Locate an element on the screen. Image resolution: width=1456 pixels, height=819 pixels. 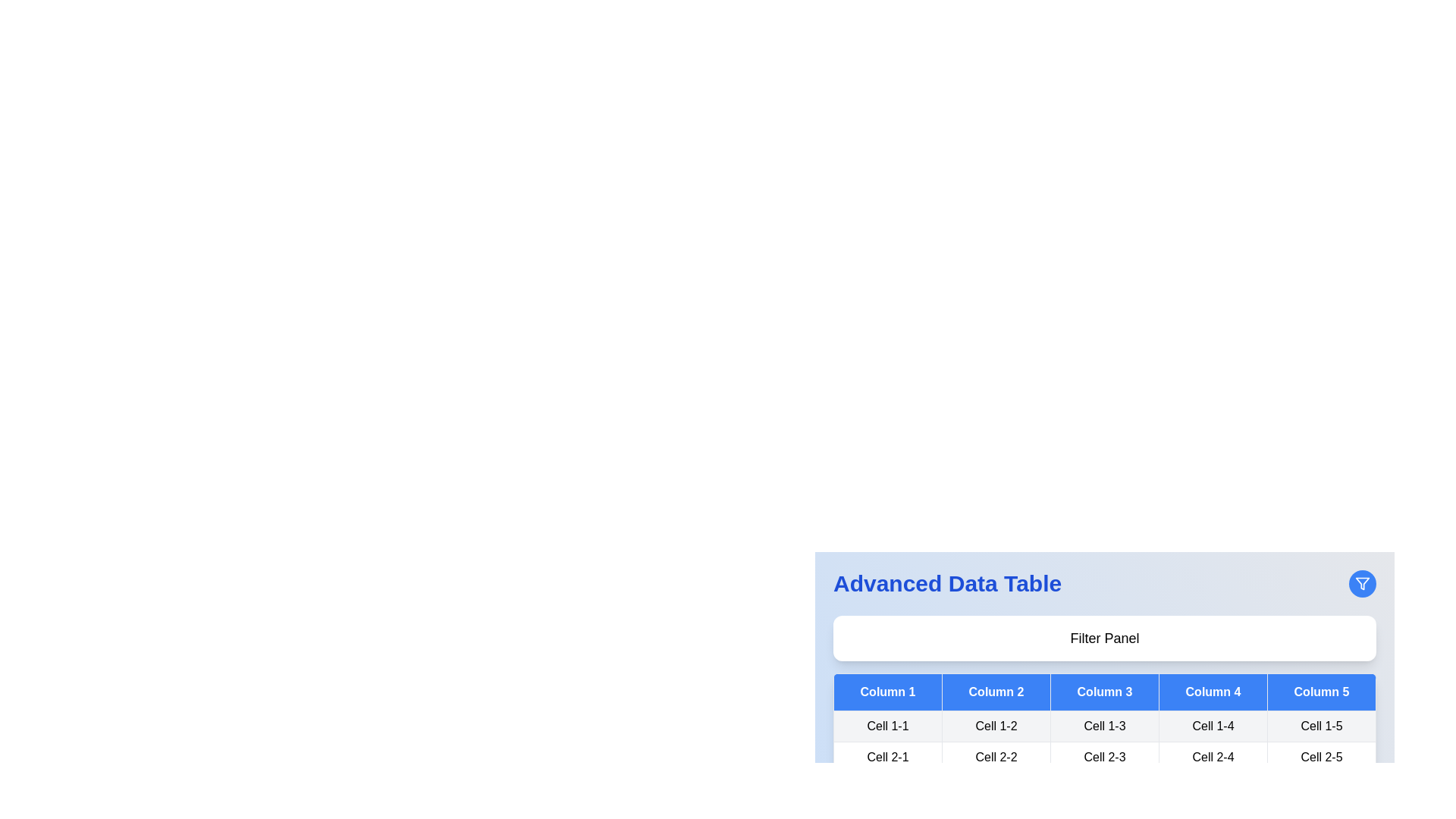
filter button to toggle the filter panel visibility is located at coordinates (1362, 583).